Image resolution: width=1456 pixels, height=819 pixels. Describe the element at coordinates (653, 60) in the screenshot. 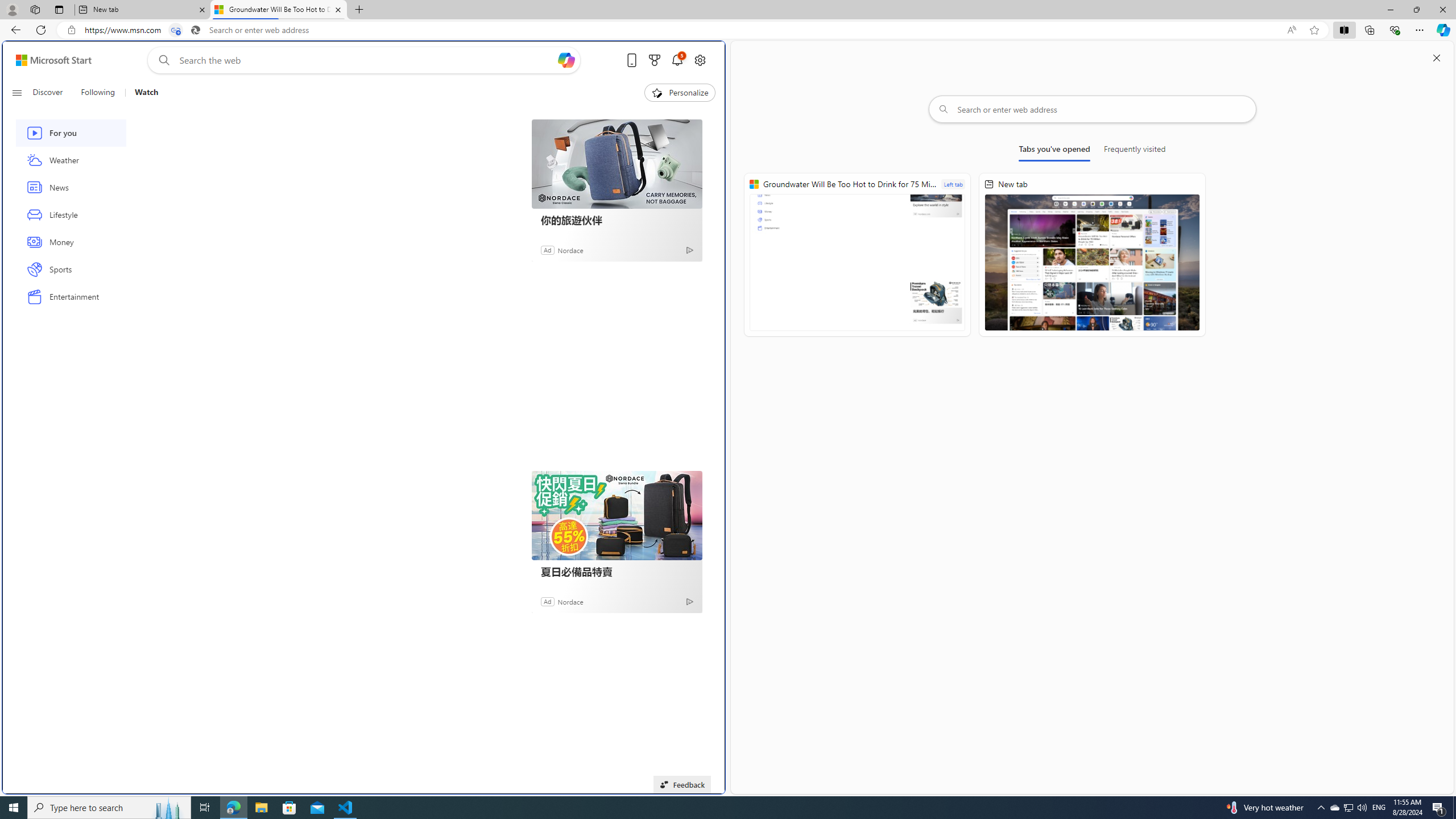

I see `'Microsoft rewards'` at that location.